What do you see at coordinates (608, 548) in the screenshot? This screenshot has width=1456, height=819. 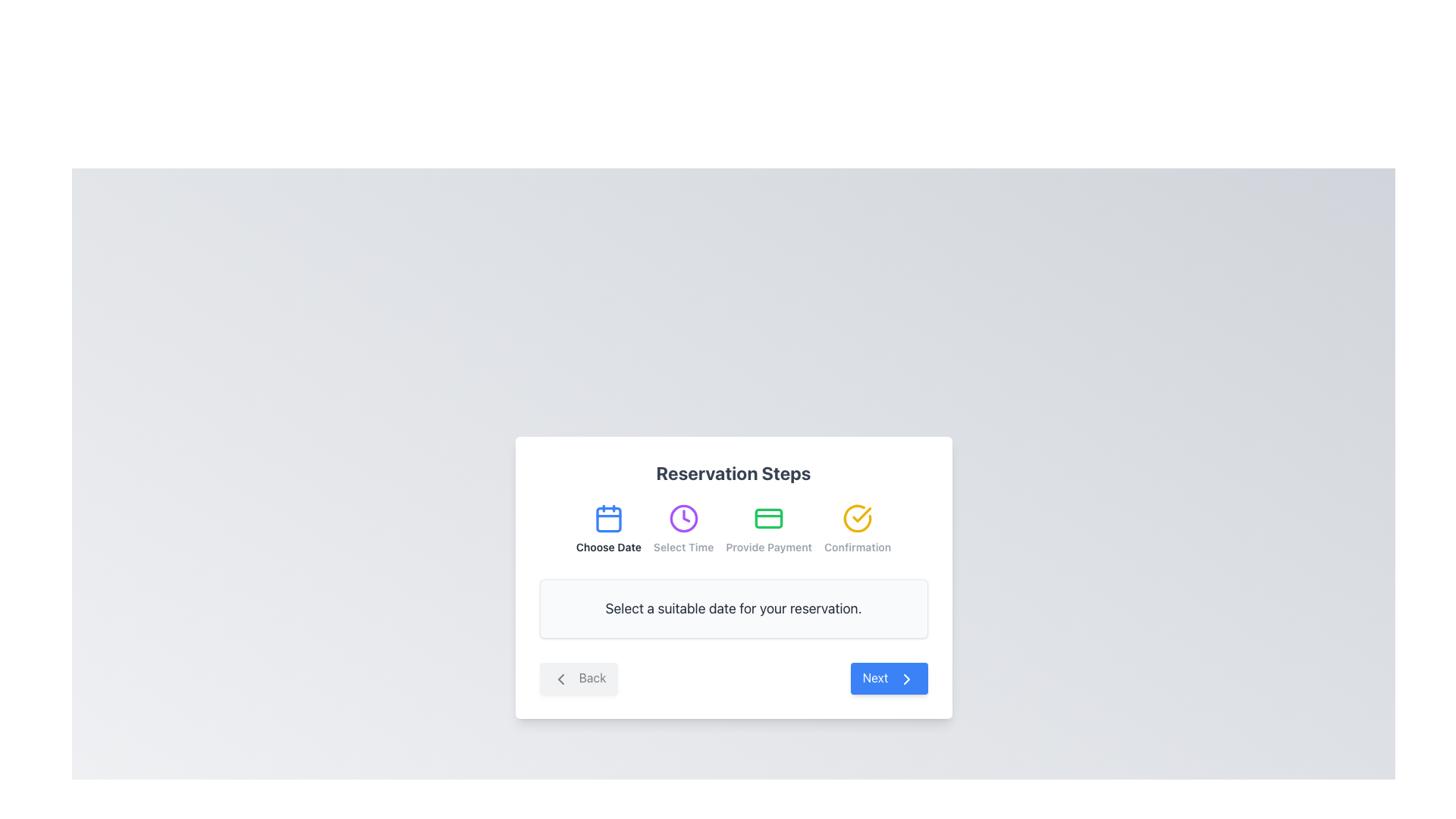 I see `the 'Choose Date' text label located beneath the blue calendar icon in the central section of the modal interface` at bounding box center [608, 548].